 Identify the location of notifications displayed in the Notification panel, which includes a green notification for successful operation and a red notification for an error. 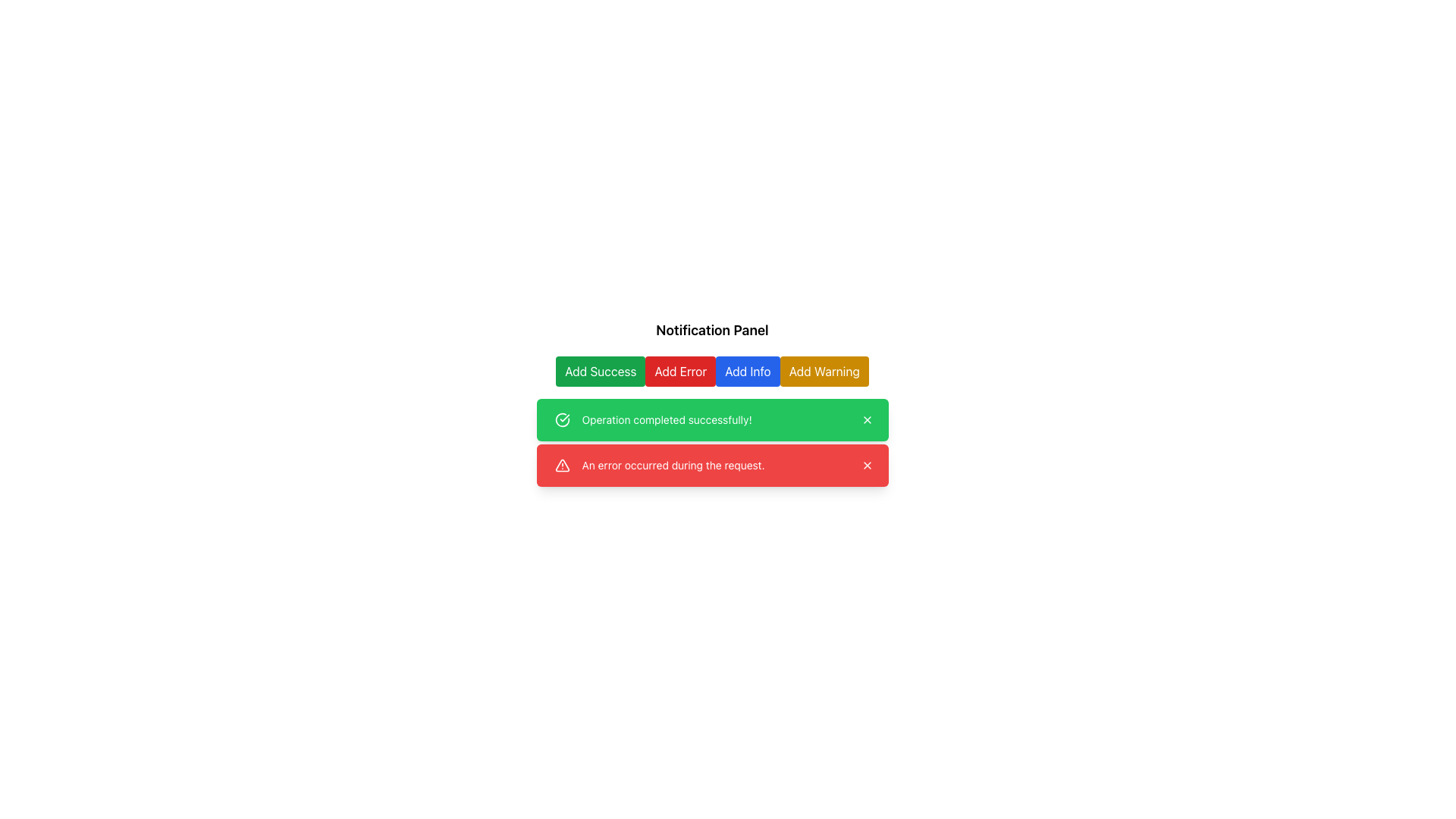
(711, 442).